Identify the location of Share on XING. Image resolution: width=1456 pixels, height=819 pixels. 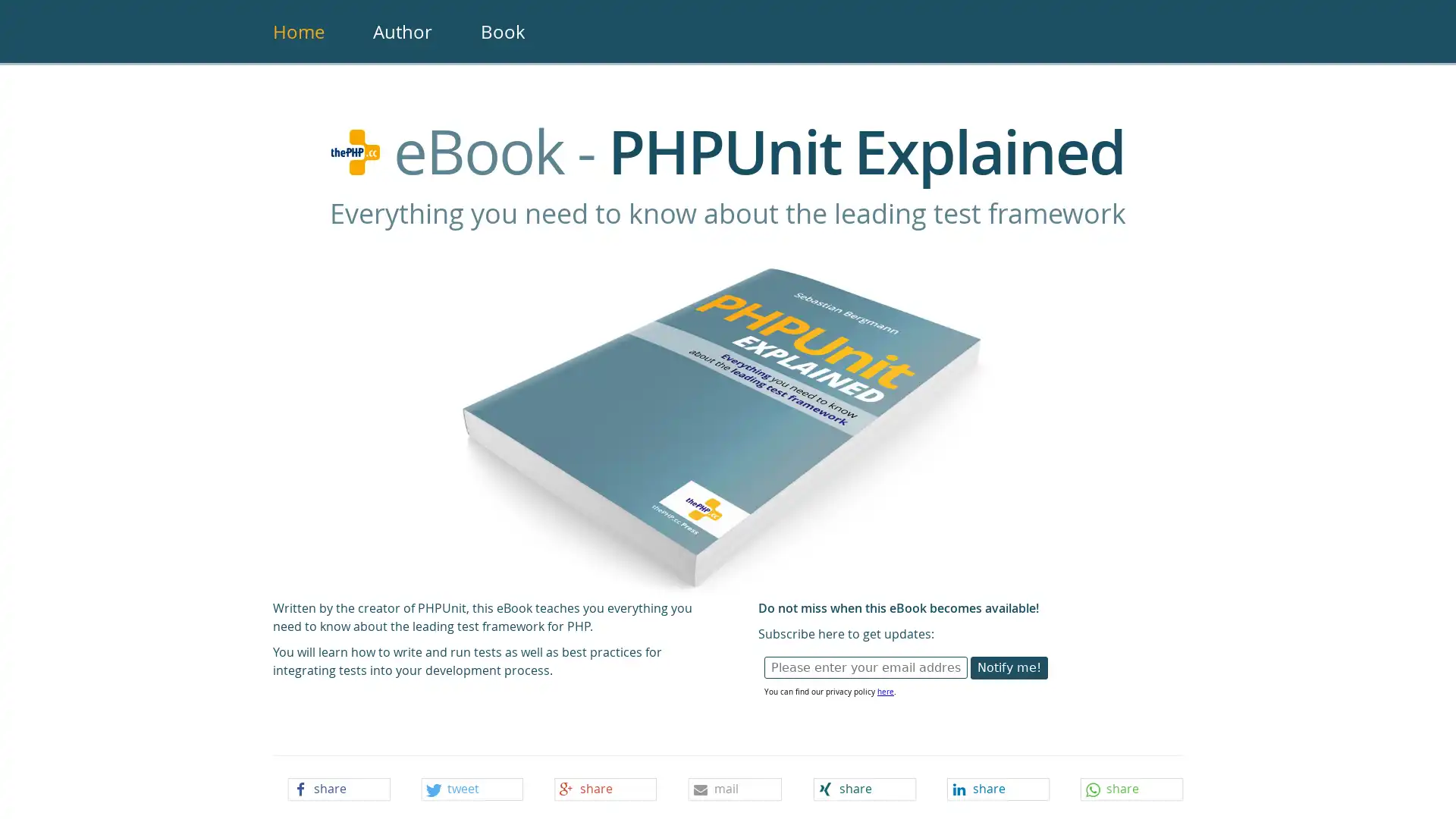
(864, 789).